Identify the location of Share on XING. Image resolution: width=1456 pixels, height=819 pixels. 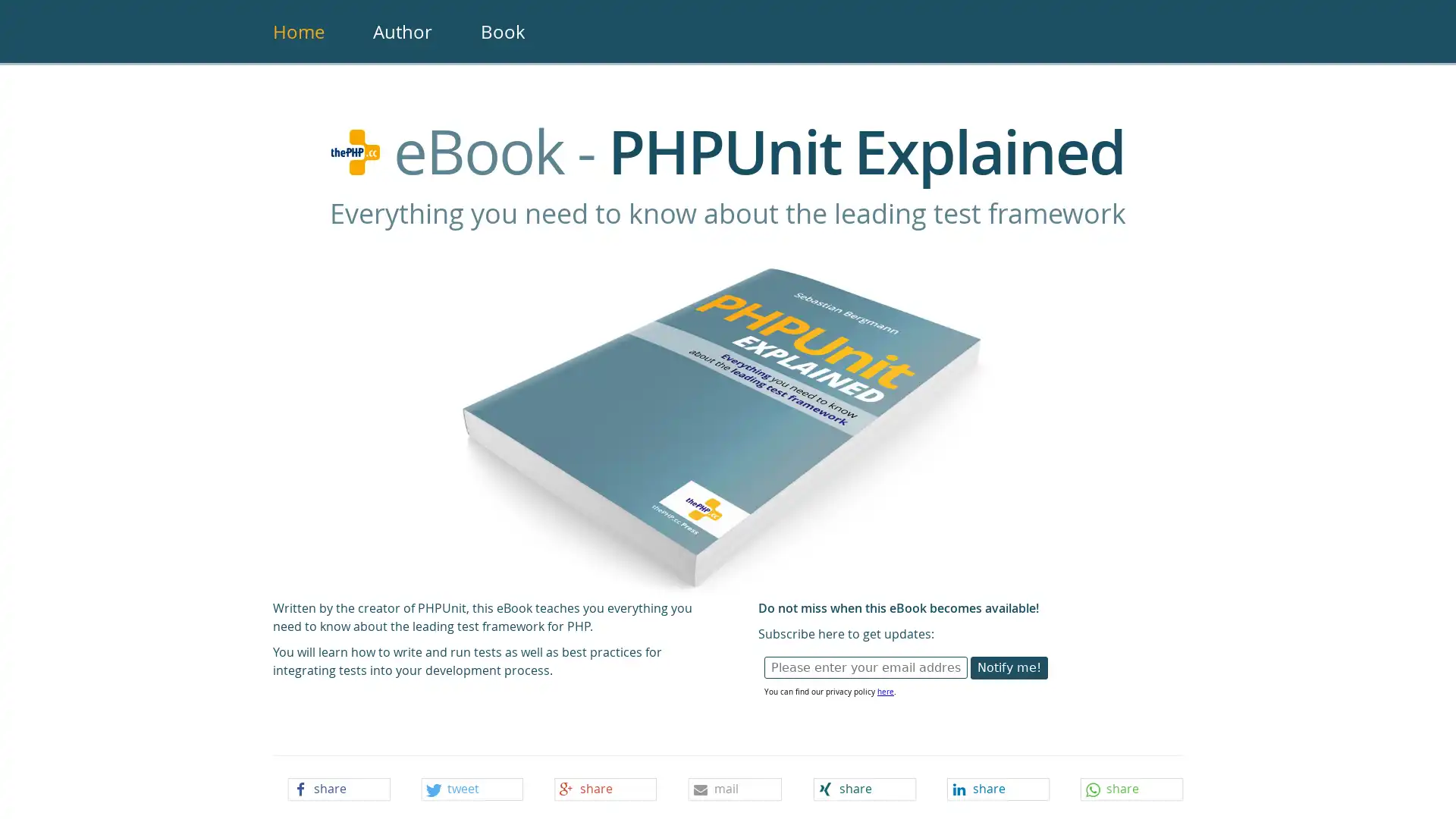
(864, 789).